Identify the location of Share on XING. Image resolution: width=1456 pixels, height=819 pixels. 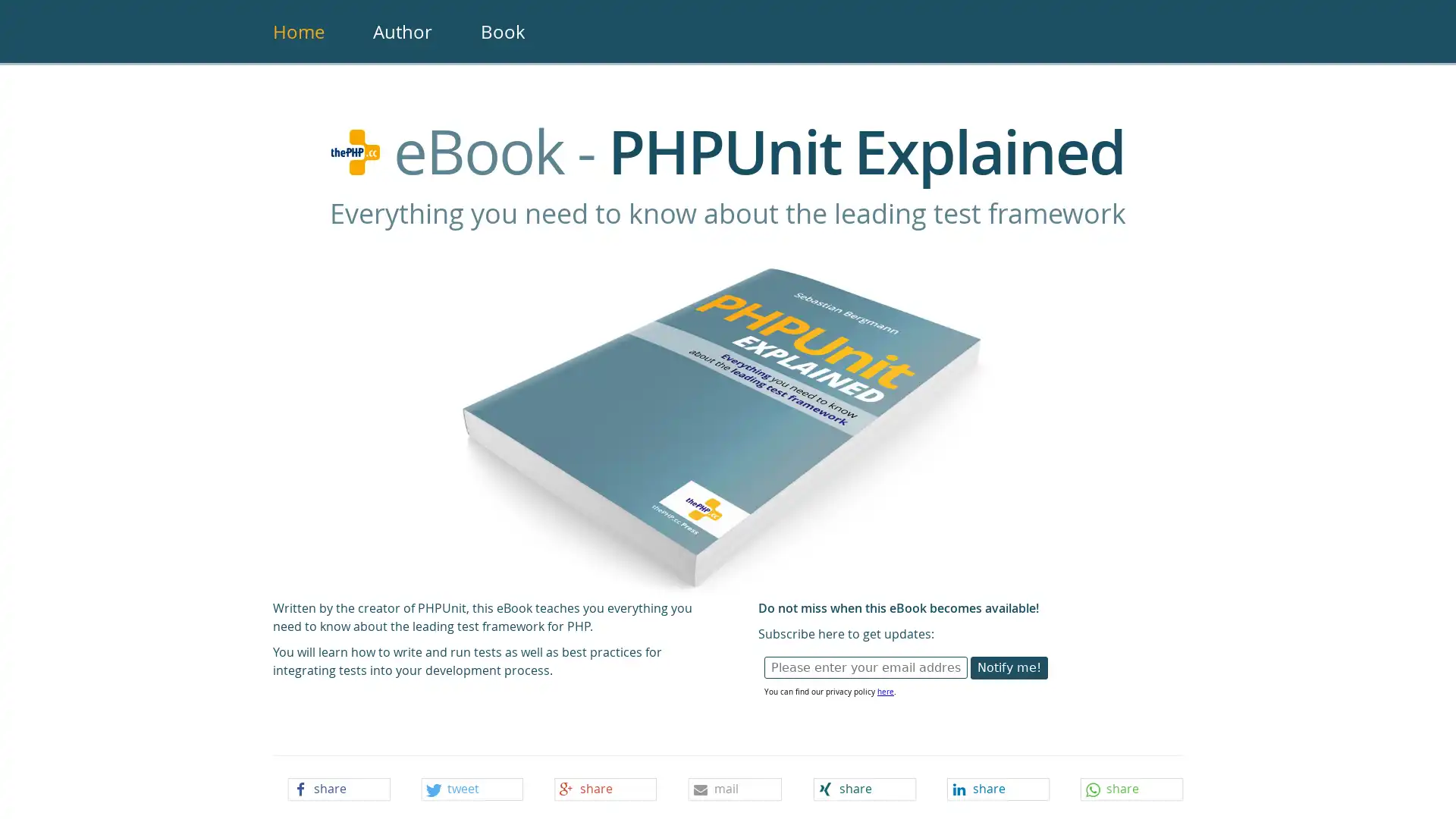
(864, 789).